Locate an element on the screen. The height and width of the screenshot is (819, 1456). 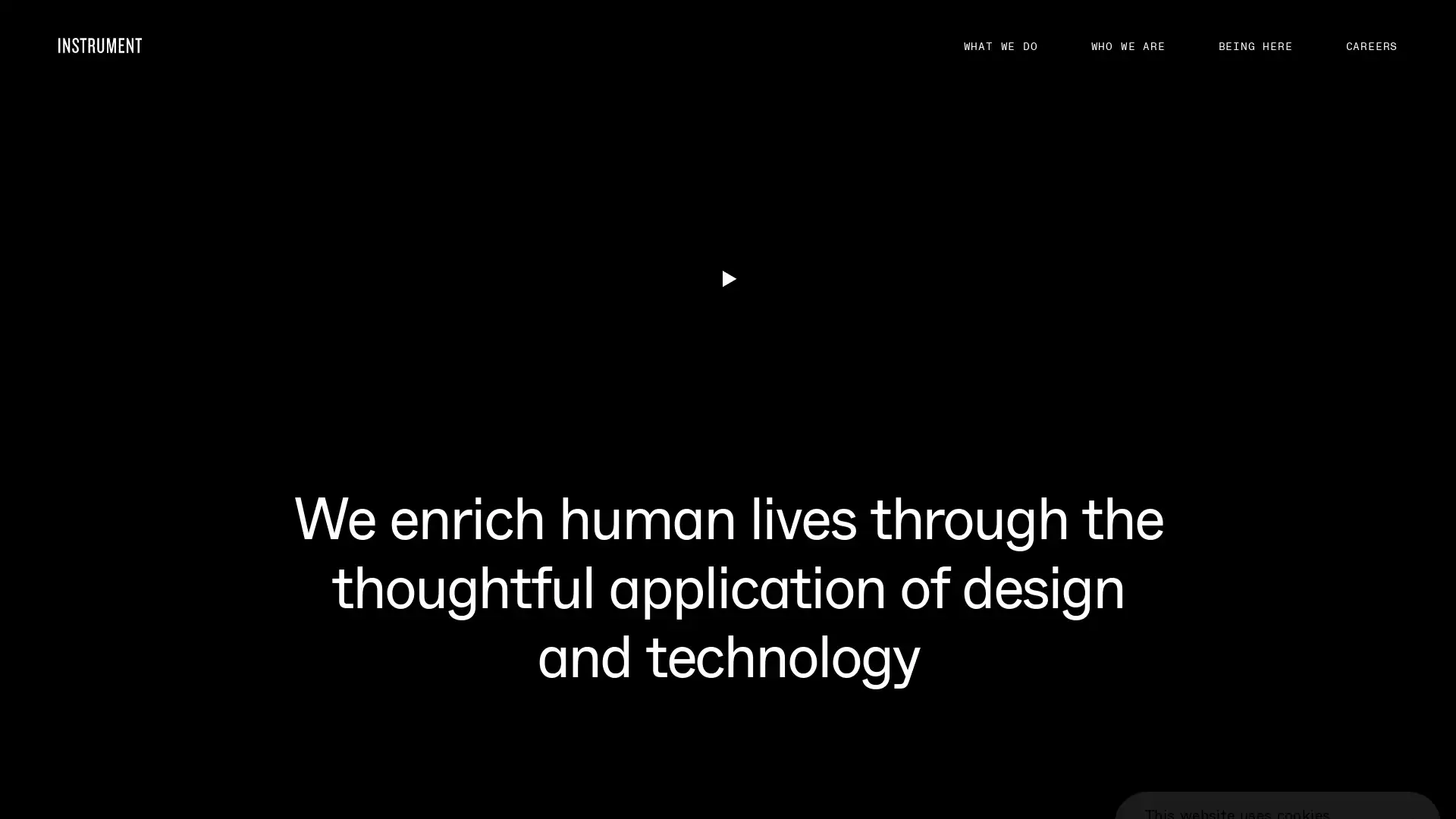
Play/pause inline video is located at coordinates (58, 279).